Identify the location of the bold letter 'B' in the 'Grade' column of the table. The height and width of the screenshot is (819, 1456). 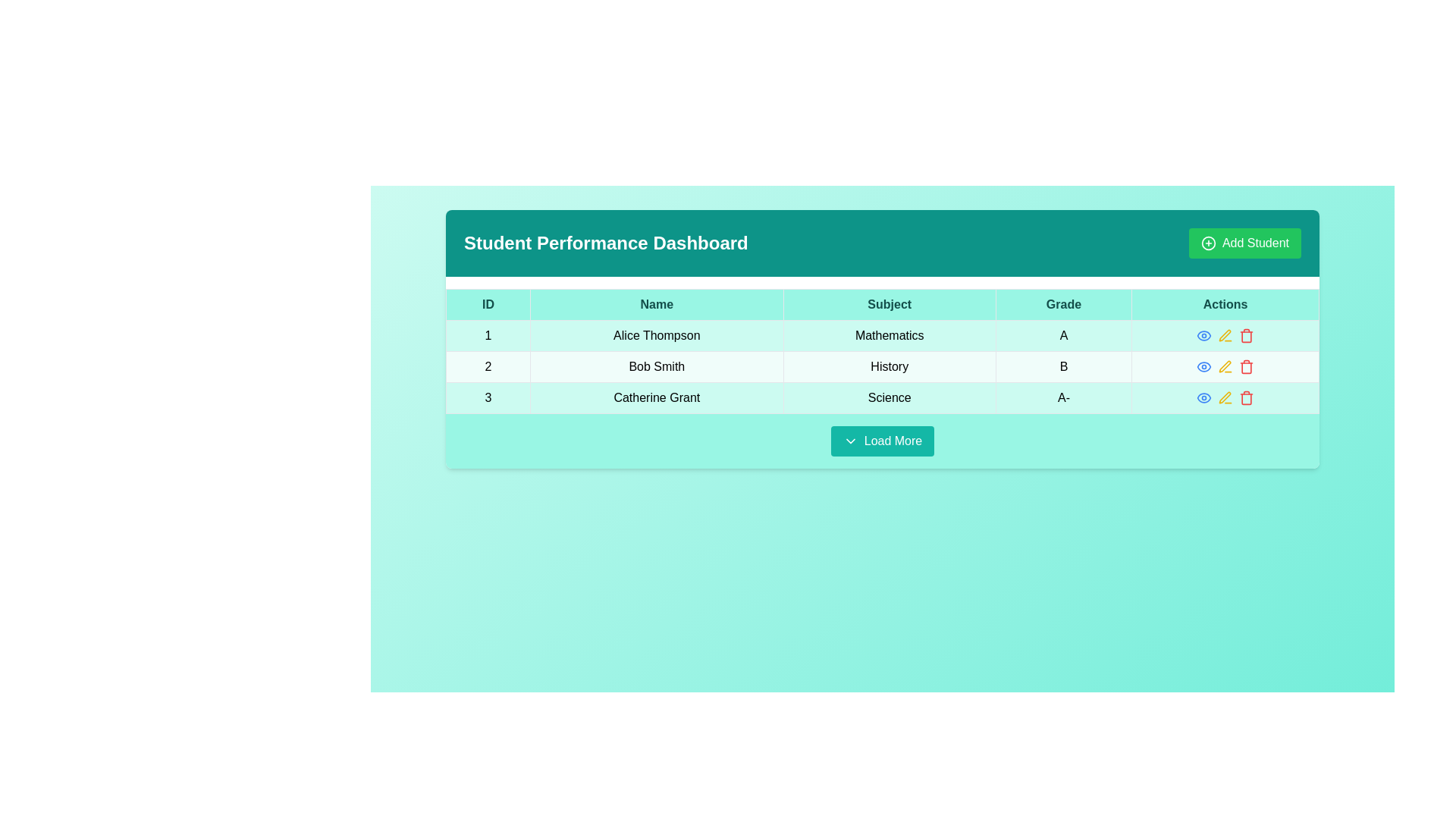
(1062, 366).